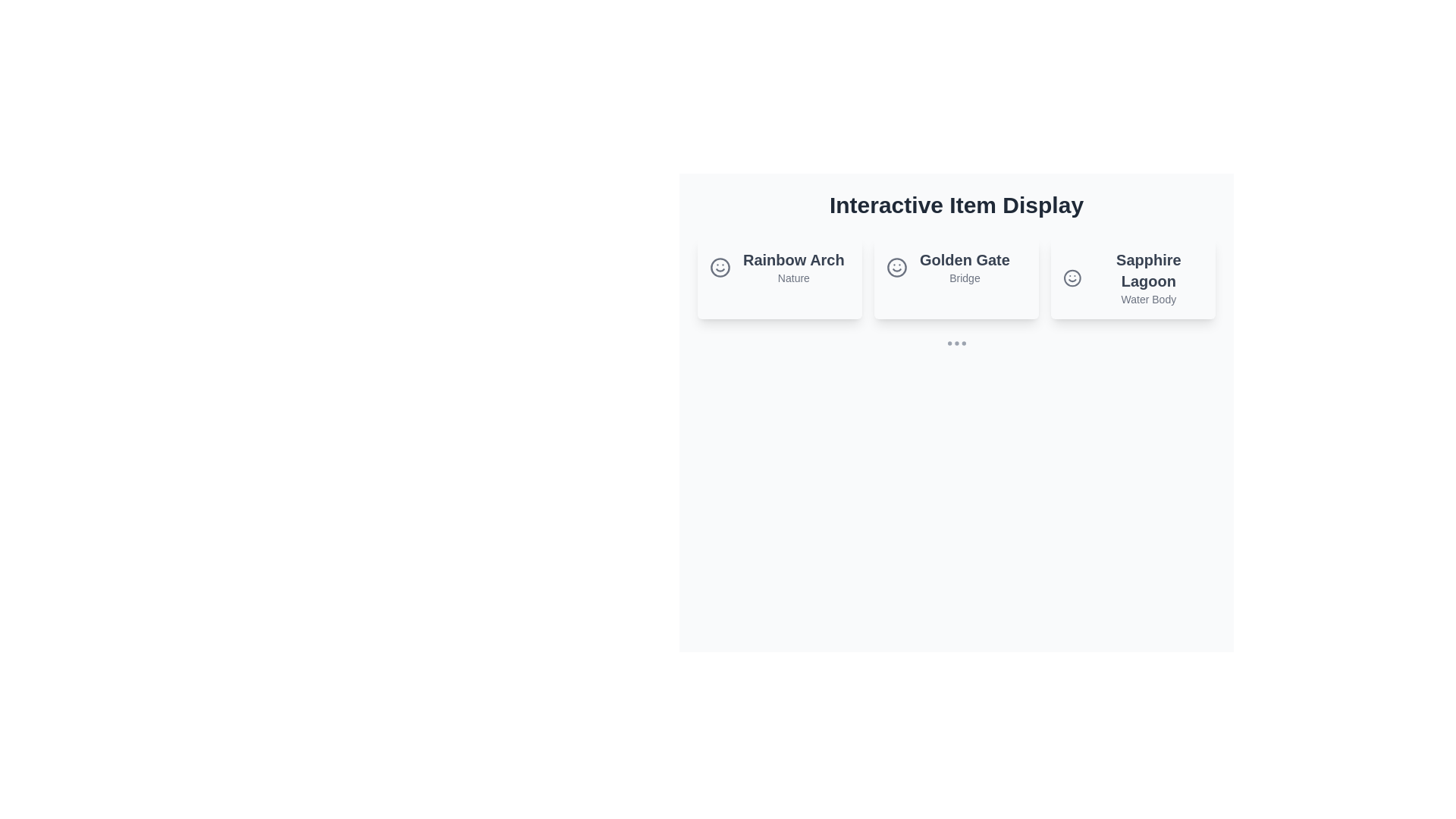 Image resolution: width=1456 pixels, height=819 pixels. What do you see at coordinates (964, 259) in the screenshot?
I see `the text label indicating the title 'Golden Gate' of the second card in a row of three cards` at bounding box center [964, 259].